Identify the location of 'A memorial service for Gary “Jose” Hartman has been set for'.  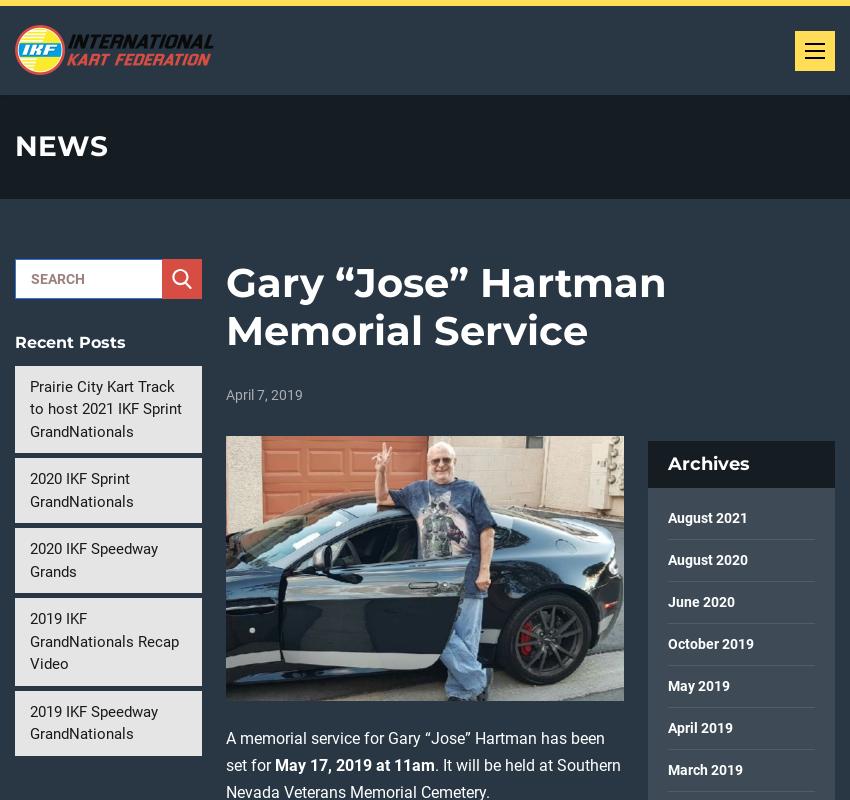
(415, 750).